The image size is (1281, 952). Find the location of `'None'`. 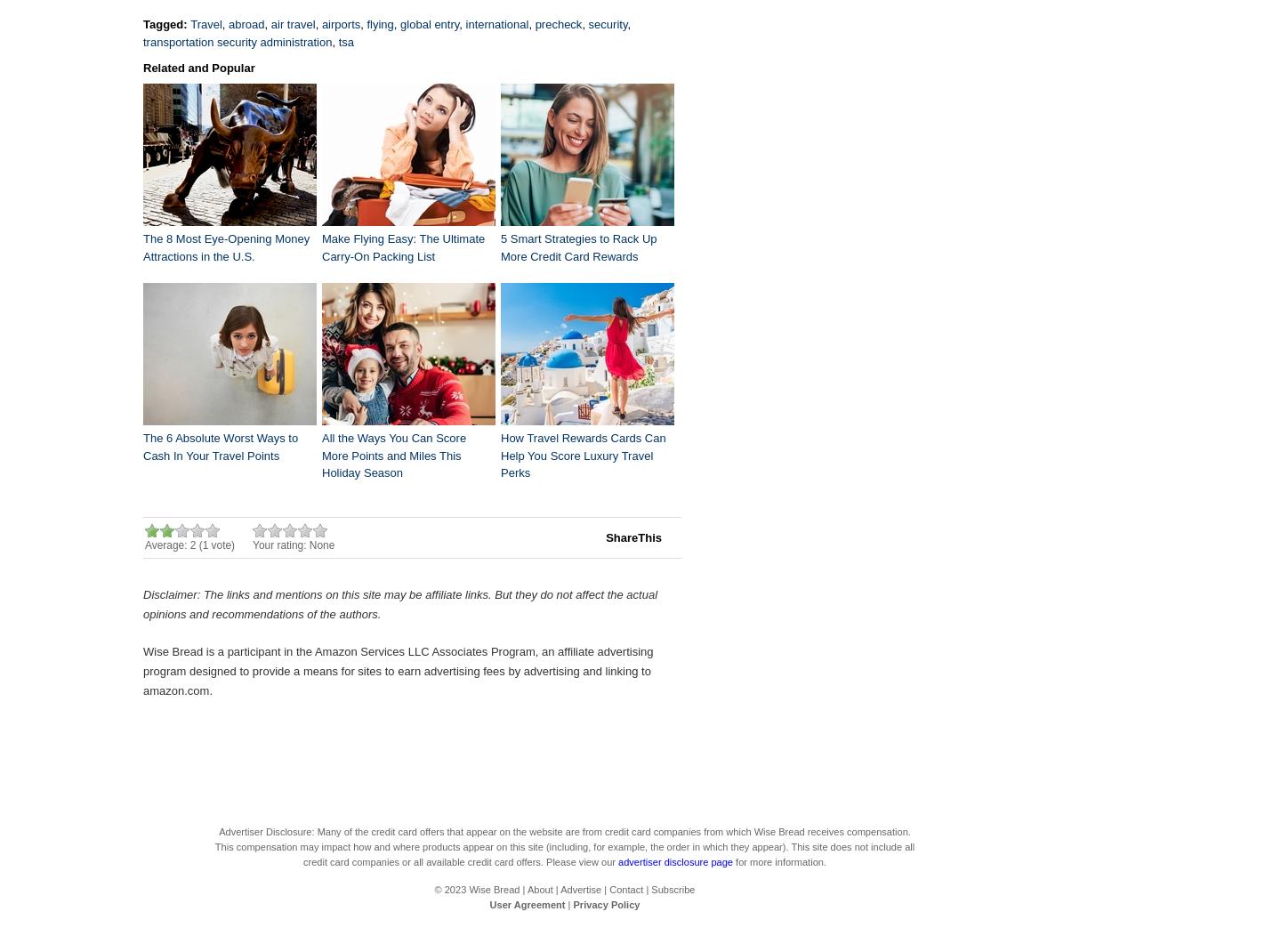

'None' is located at coordinates (320, 545).